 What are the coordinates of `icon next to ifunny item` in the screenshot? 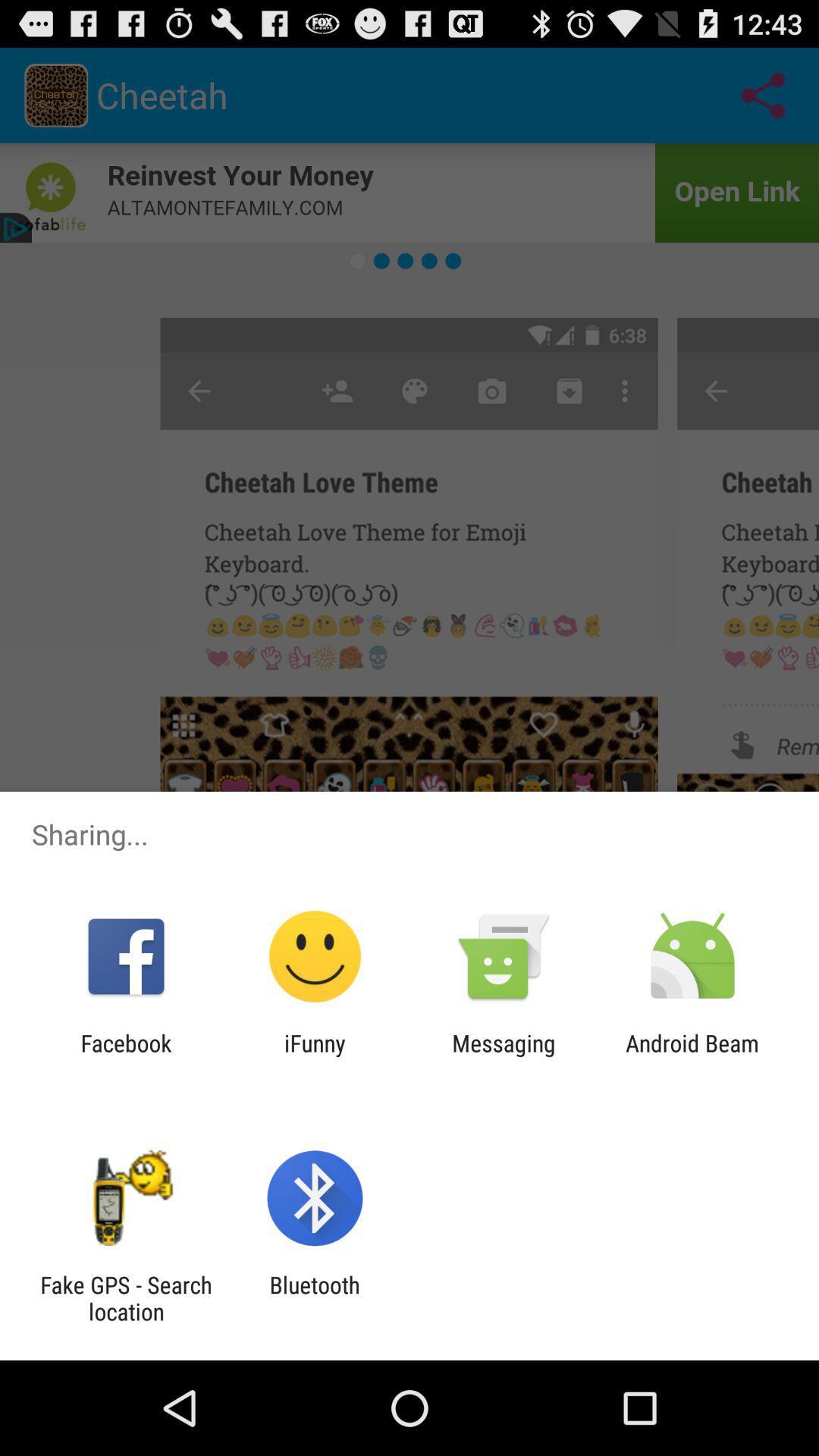 It's located at (125, 1056).